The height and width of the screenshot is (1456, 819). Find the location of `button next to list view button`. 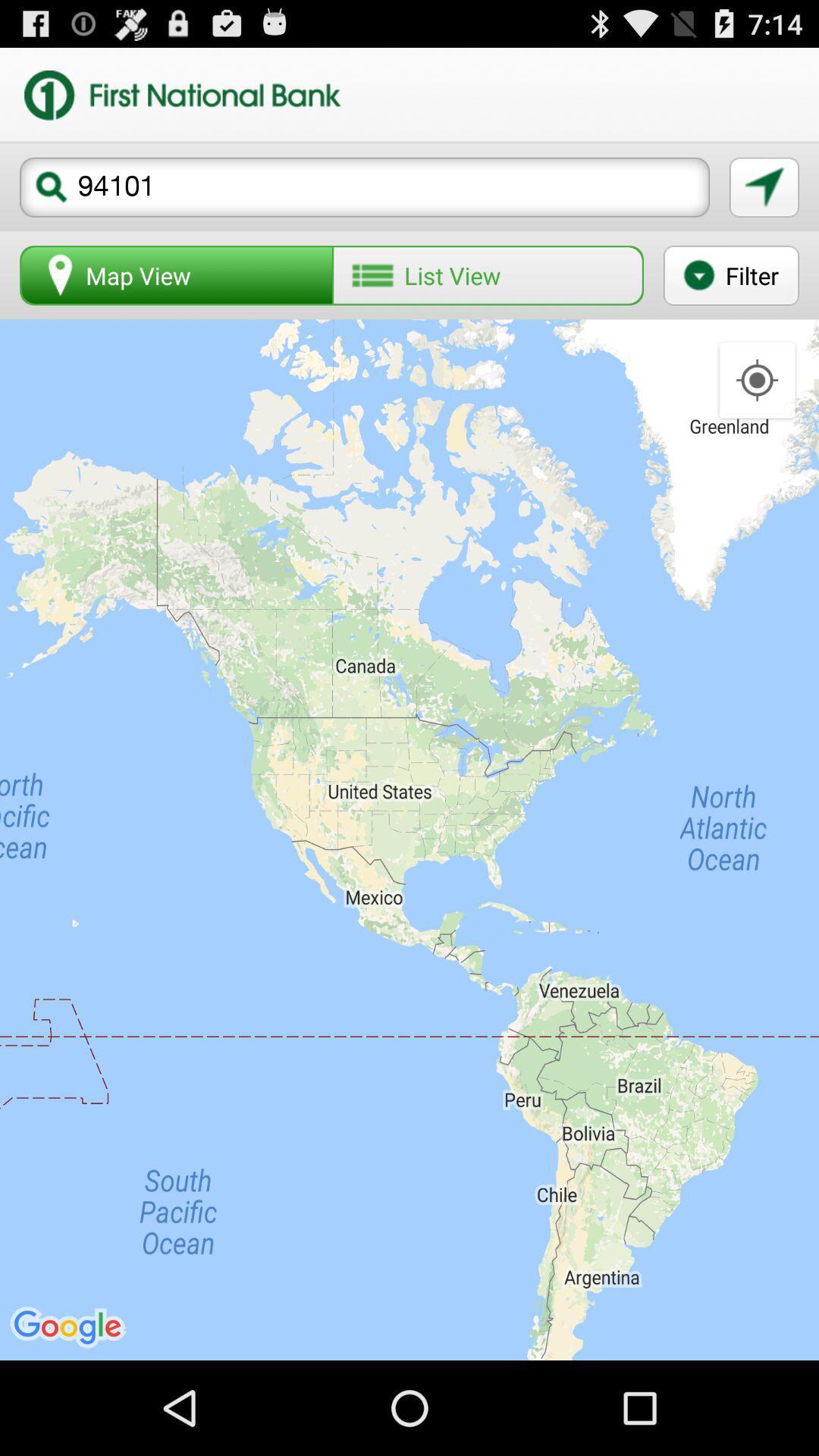

button next to list view button is located at coordinates (730, 275).